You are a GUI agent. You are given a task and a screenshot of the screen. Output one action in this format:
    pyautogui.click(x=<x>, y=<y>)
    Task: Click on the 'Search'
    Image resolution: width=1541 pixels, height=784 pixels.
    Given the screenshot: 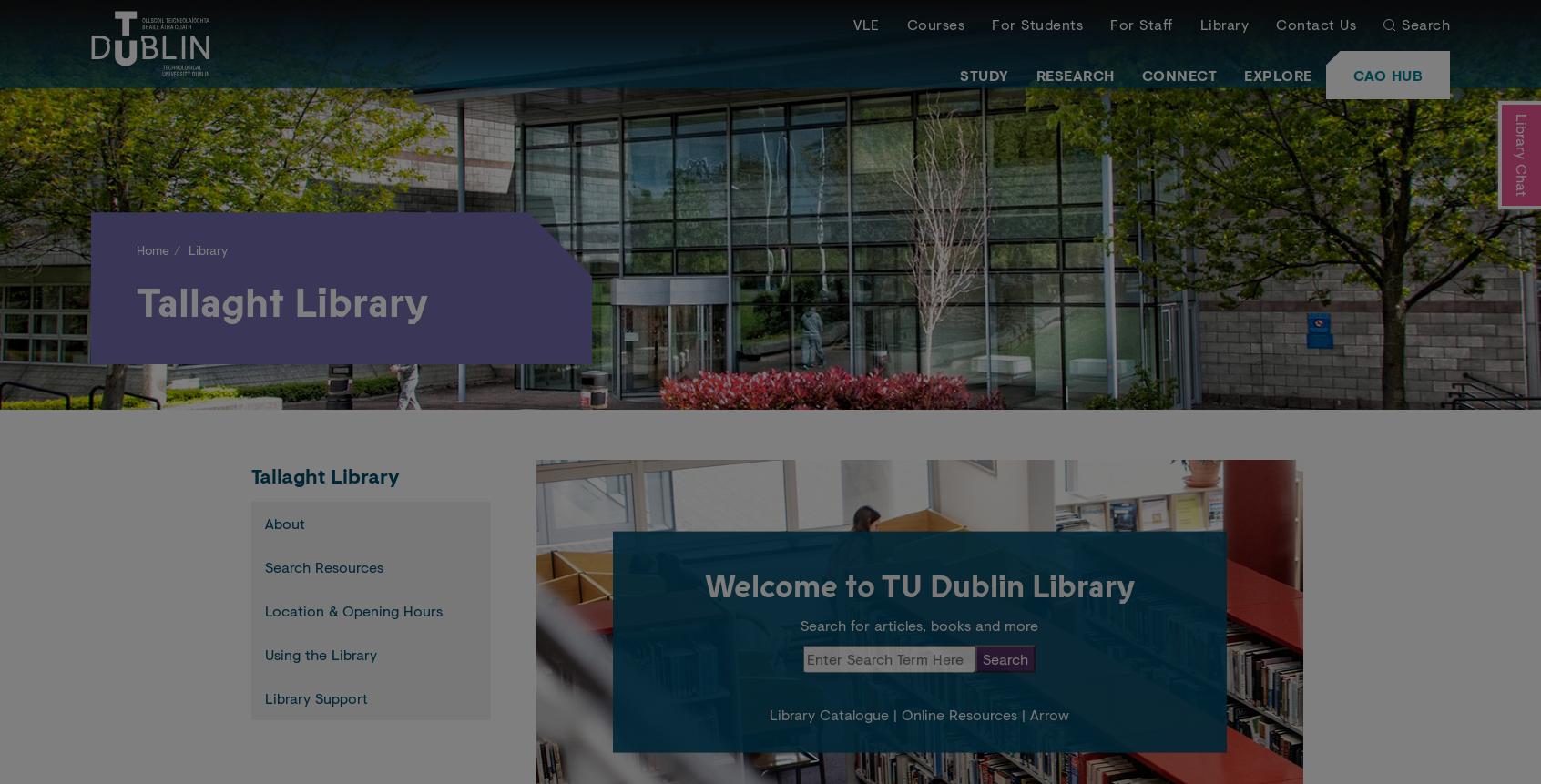 What is the action you would take?
    pyautogui.click(x=982, y=657)
    